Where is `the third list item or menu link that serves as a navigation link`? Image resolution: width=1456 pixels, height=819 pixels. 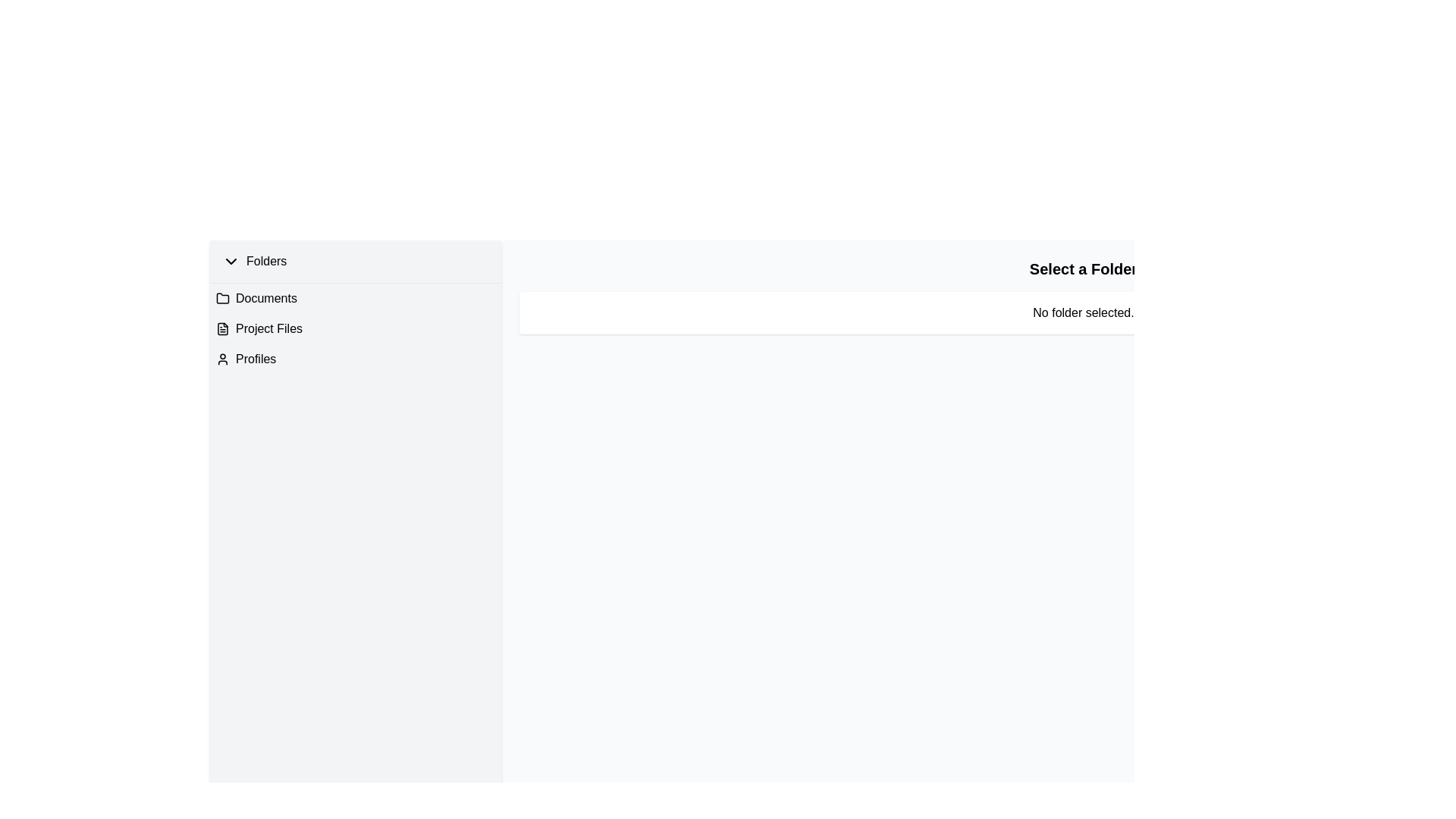 the third list item or menu link that serves as a navigation link is located at coordinates (355, 359).